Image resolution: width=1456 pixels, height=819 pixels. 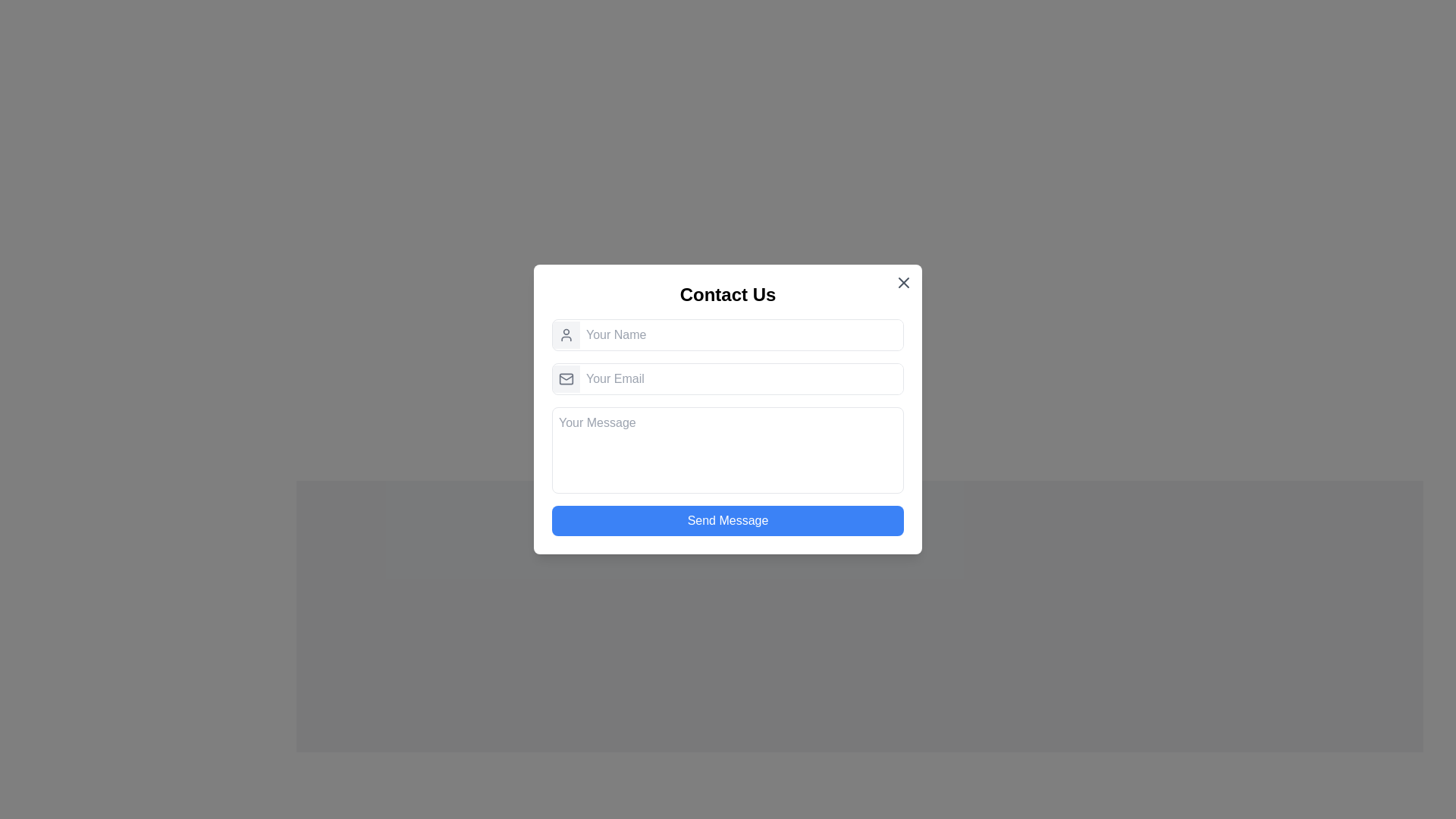 I want to click on the decorative icon associated with the 'Your Email' input field in the 'Contact Us' modal dialog box, so click(x=566, y=378).